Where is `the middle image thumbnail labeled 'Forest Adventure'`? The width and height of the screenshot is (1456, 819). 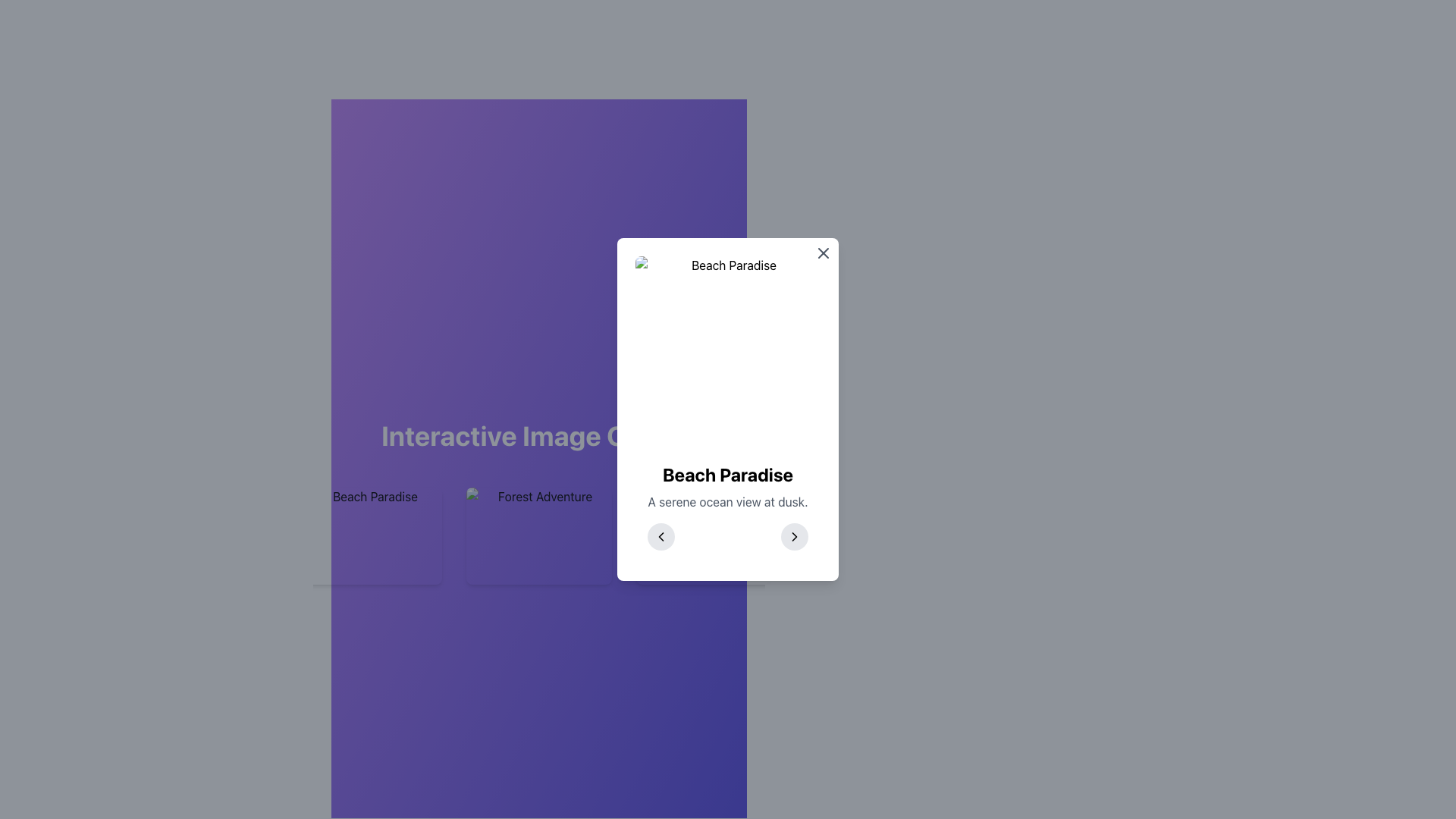
the middle image thumbnail labeled 'Forest Adventure' is located at coordinates (538, 535).